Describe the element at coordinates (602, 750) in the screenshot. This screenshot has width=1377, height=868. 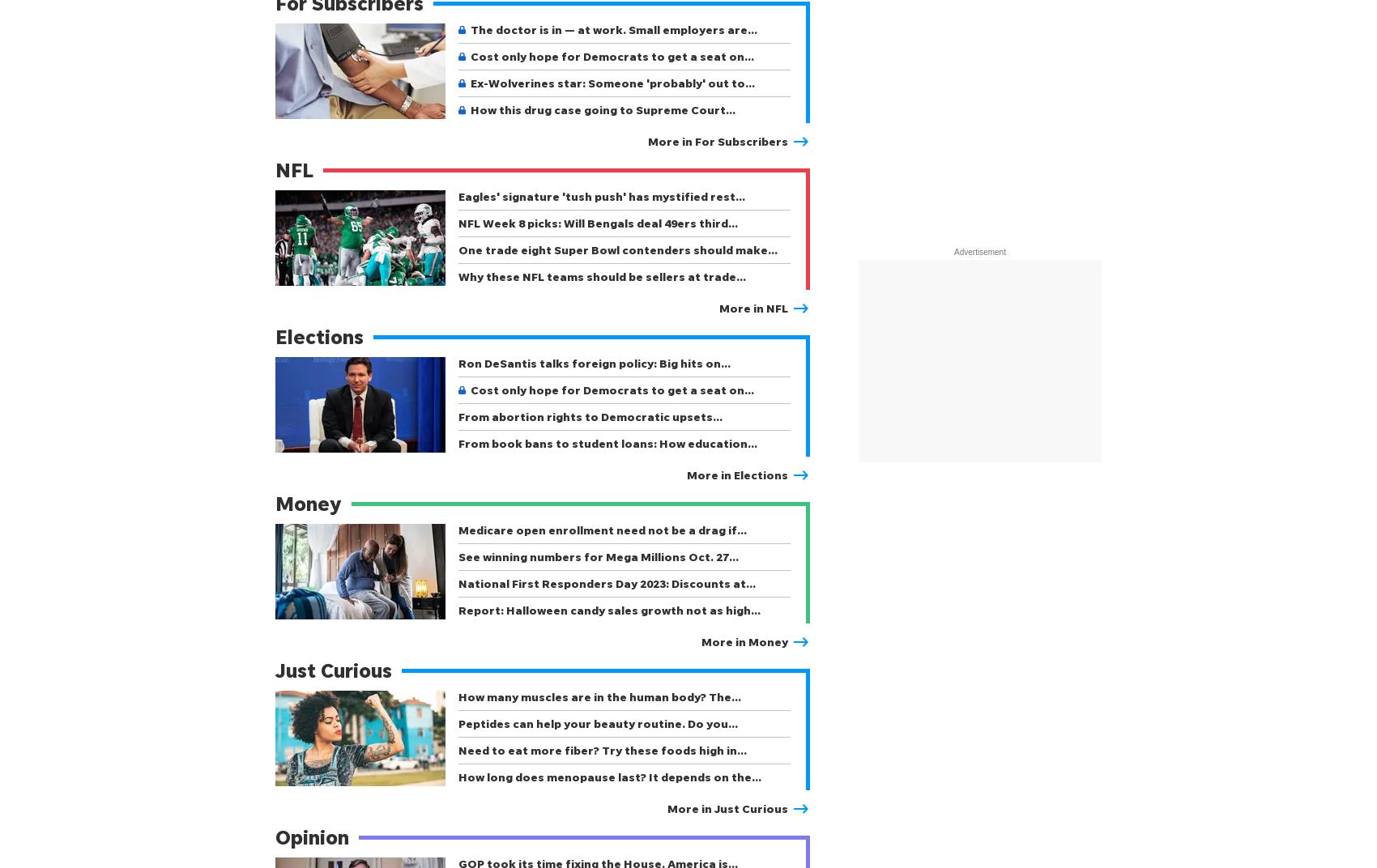
I see `'Need to eat more fiber? Try these foods high in…'` at that location.